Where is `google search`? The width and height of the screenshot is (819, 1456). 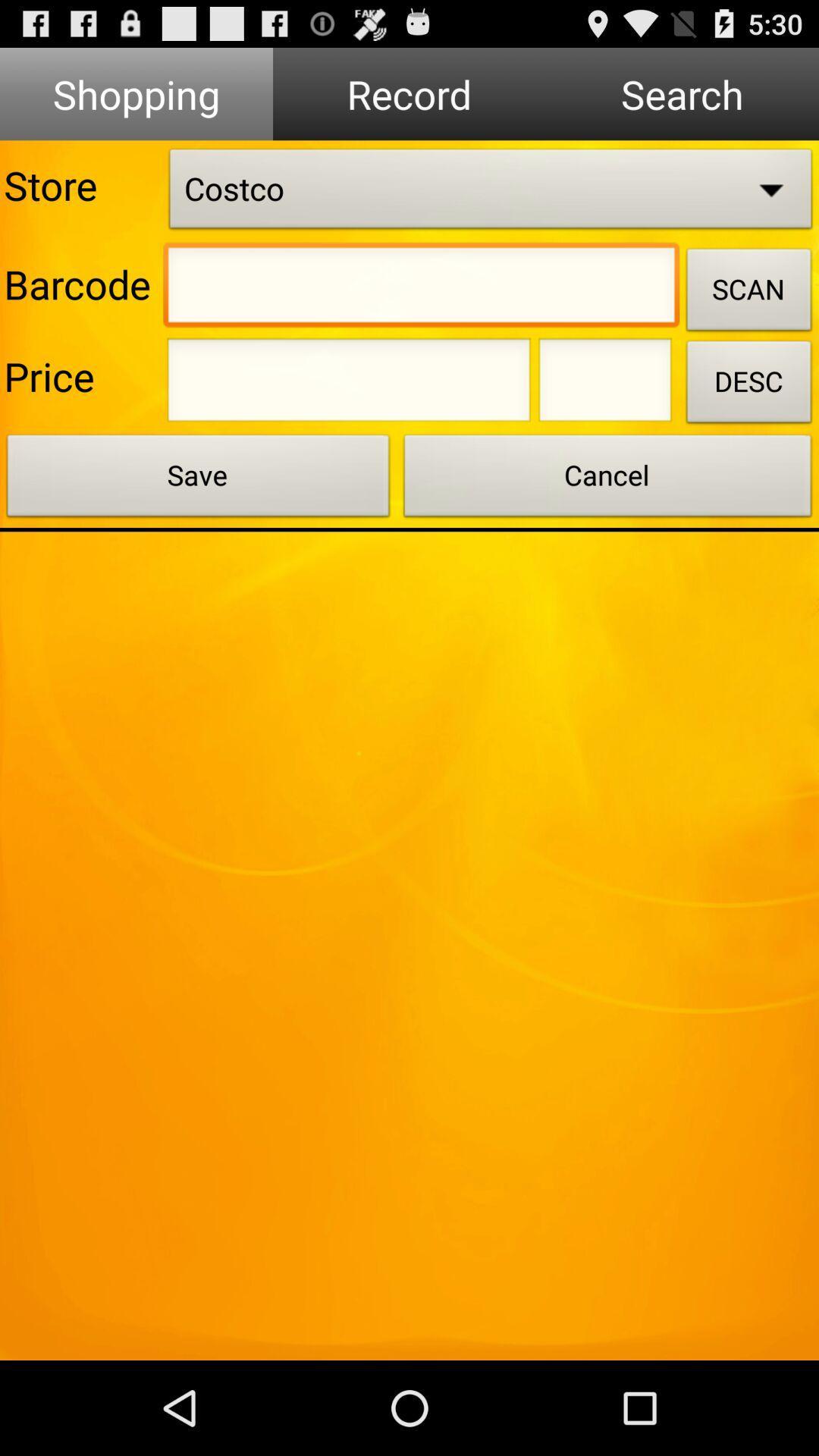 google search is located at coordinates (421, 288).